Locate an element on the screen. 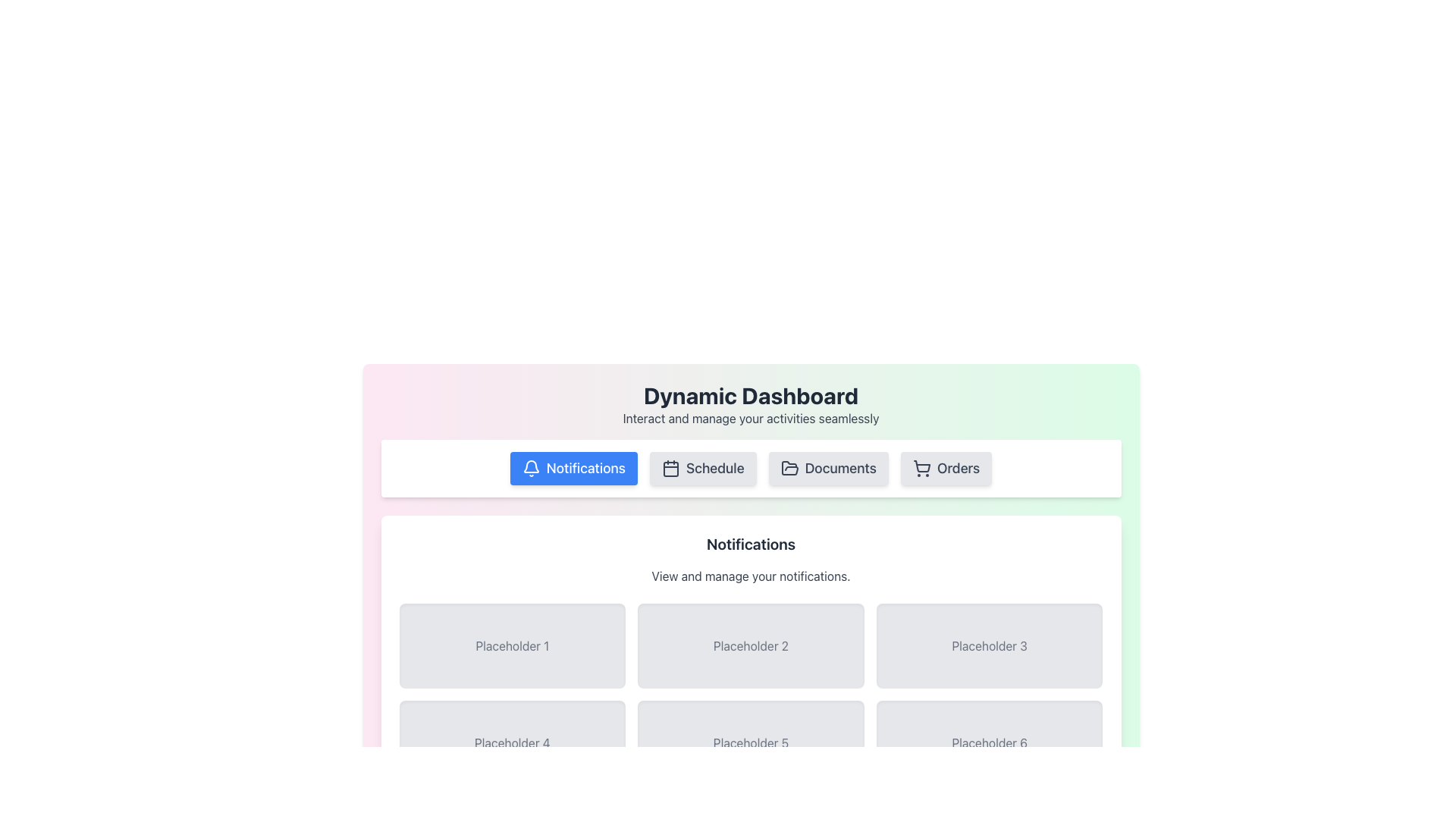 The image size is (1456, 819). the 'Notifications' textual header, which is styled with a larger font size, bold formatting, and centered alignment, located within a darker section above a descriptive text block is located at coordinates (751, 543).